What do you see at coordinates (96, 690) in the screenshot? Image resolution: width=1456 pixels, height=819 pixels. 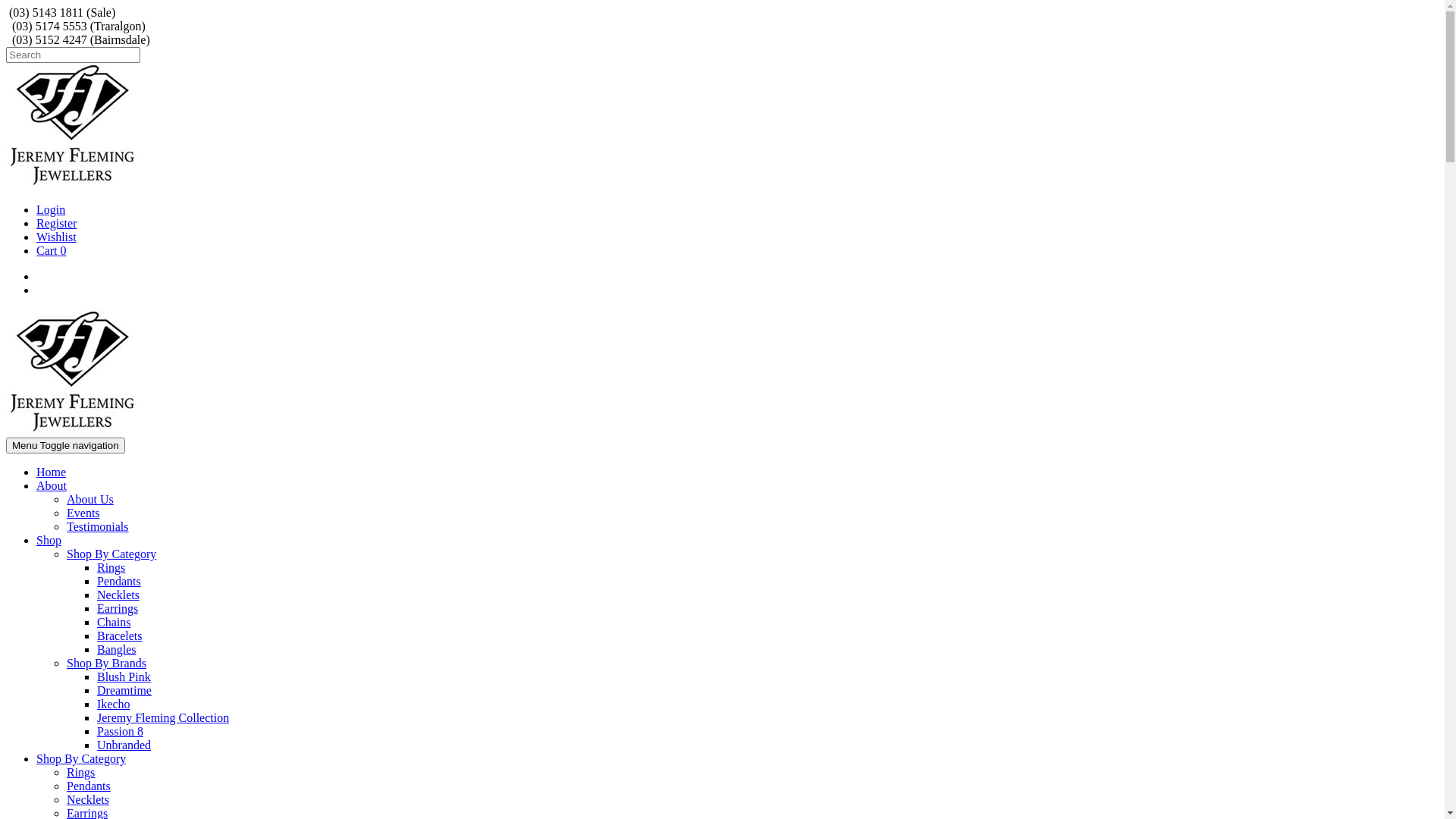 I see `'Dreamtime'` at bounding box center [96, 690].